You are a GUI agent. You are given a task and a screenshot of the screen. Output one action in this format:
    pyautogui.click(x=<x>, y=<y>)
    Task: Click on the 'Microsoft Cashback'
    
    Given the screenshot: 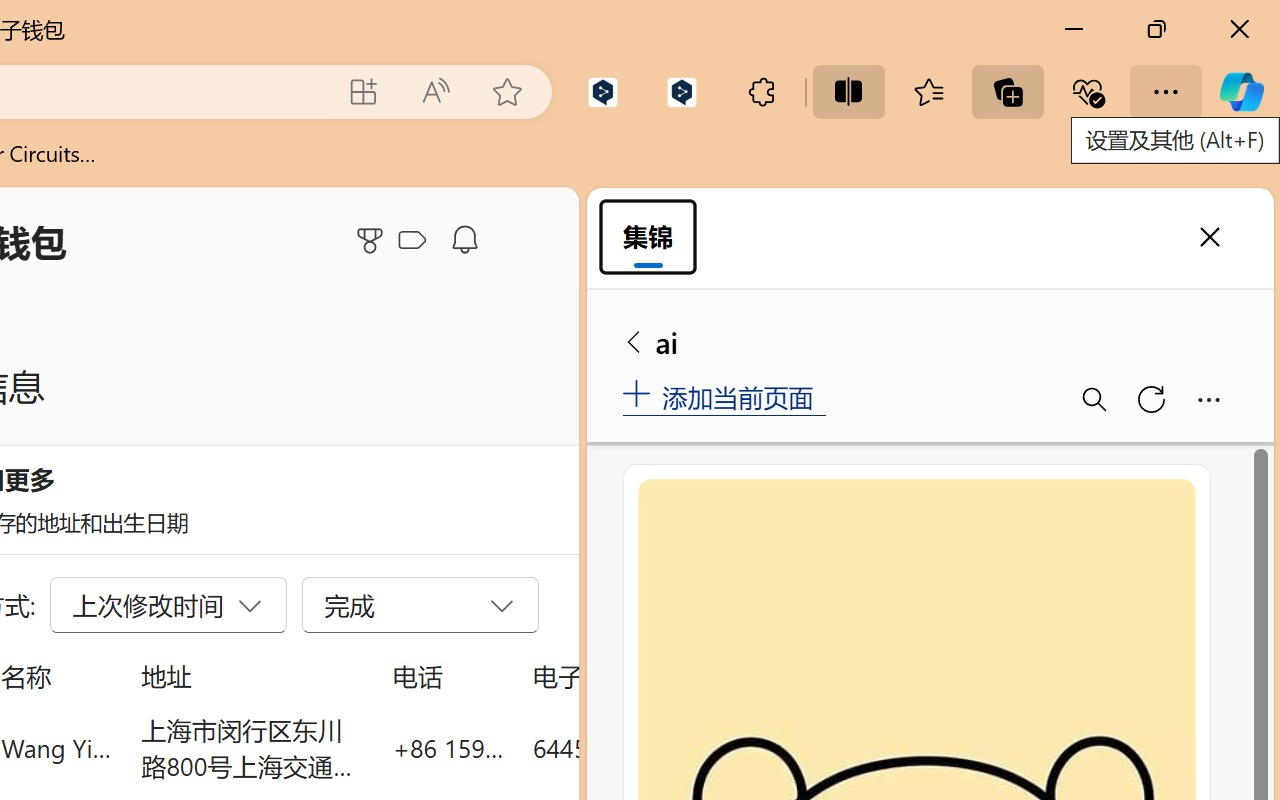 What is the action you would take?
    pyautogui.click(x=415, y=240)
    